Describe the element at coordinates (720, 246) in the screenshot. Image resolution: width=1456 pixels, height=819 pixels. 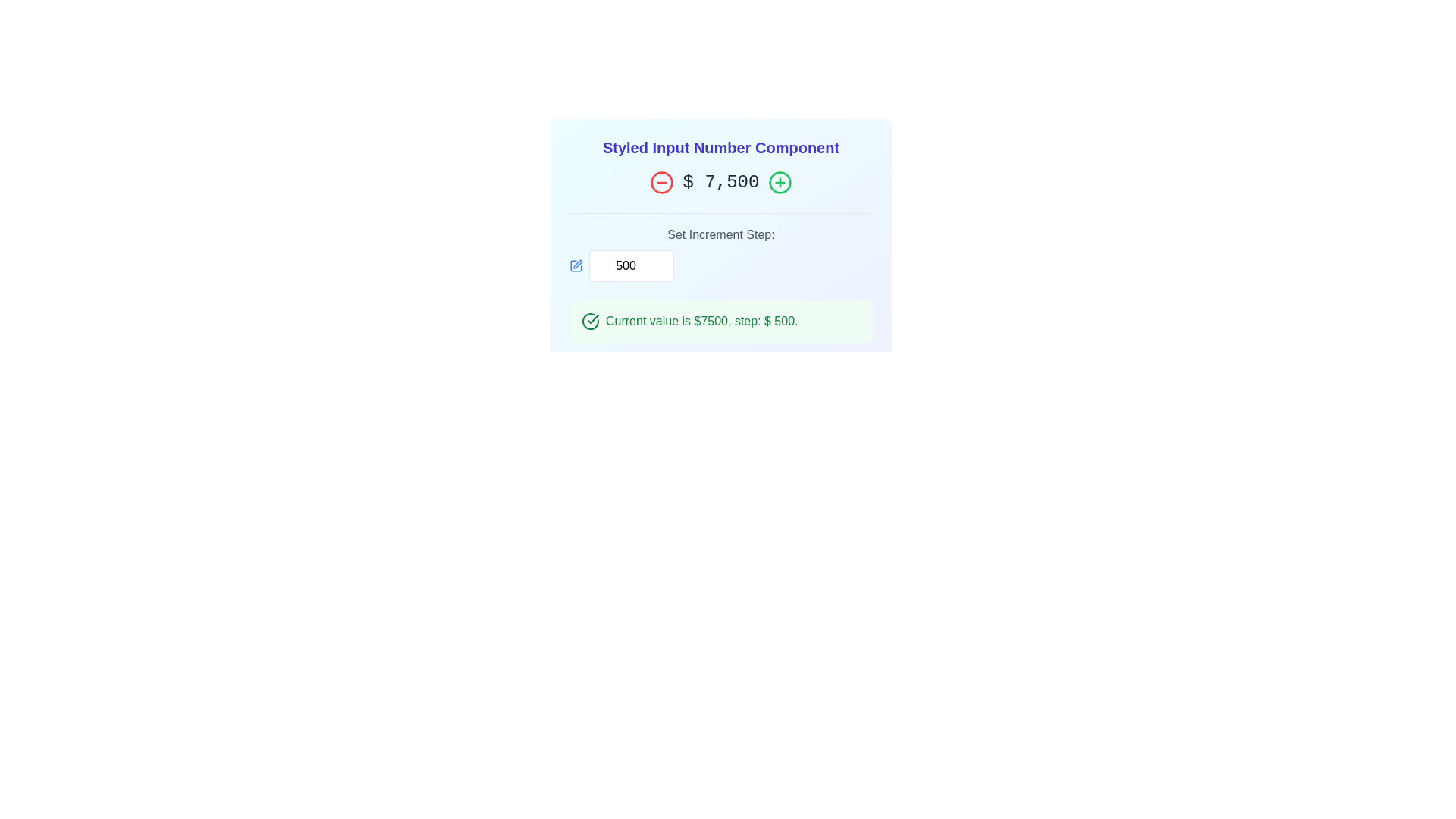
I see `the label element containing the text 'Set Increment Step:', which is centrally aligned below the main numeric display and above the dynamic value summary` at that location.